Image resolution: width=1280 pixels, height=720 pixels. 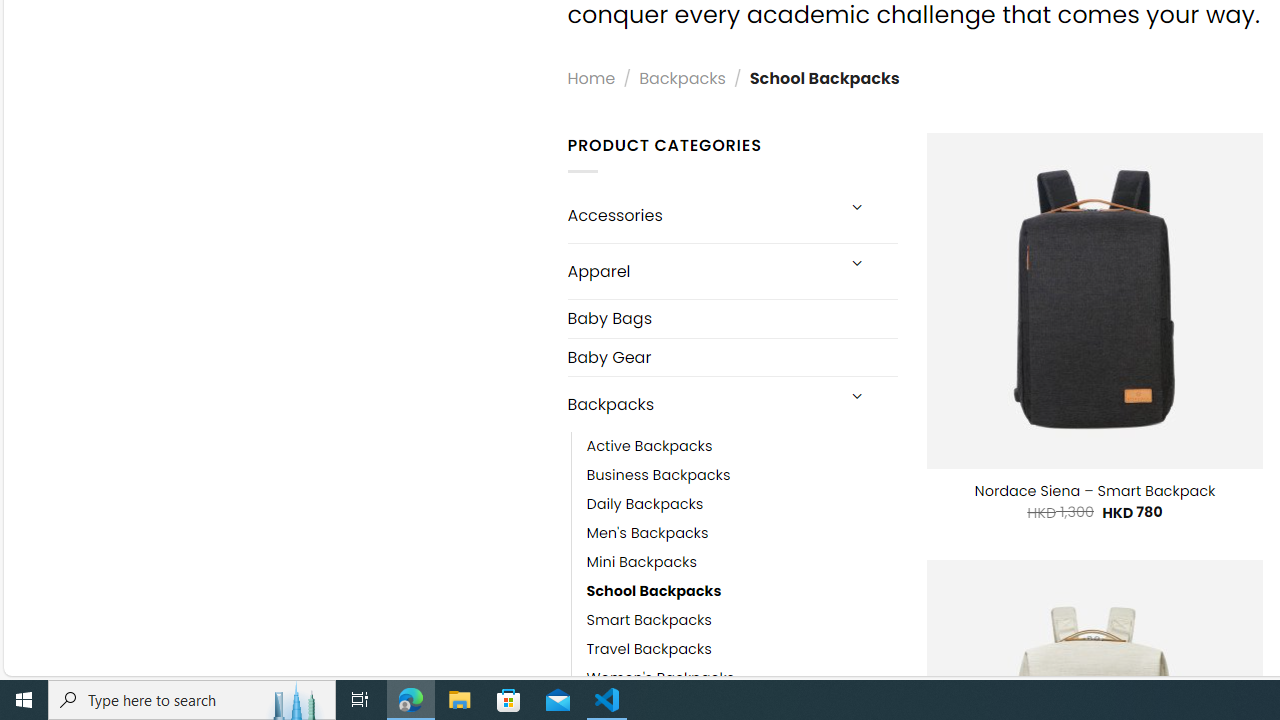 What do you see at coordinates (741, 677) in the screenshot?
I see `'Women'` at bounding box center [741, 677].